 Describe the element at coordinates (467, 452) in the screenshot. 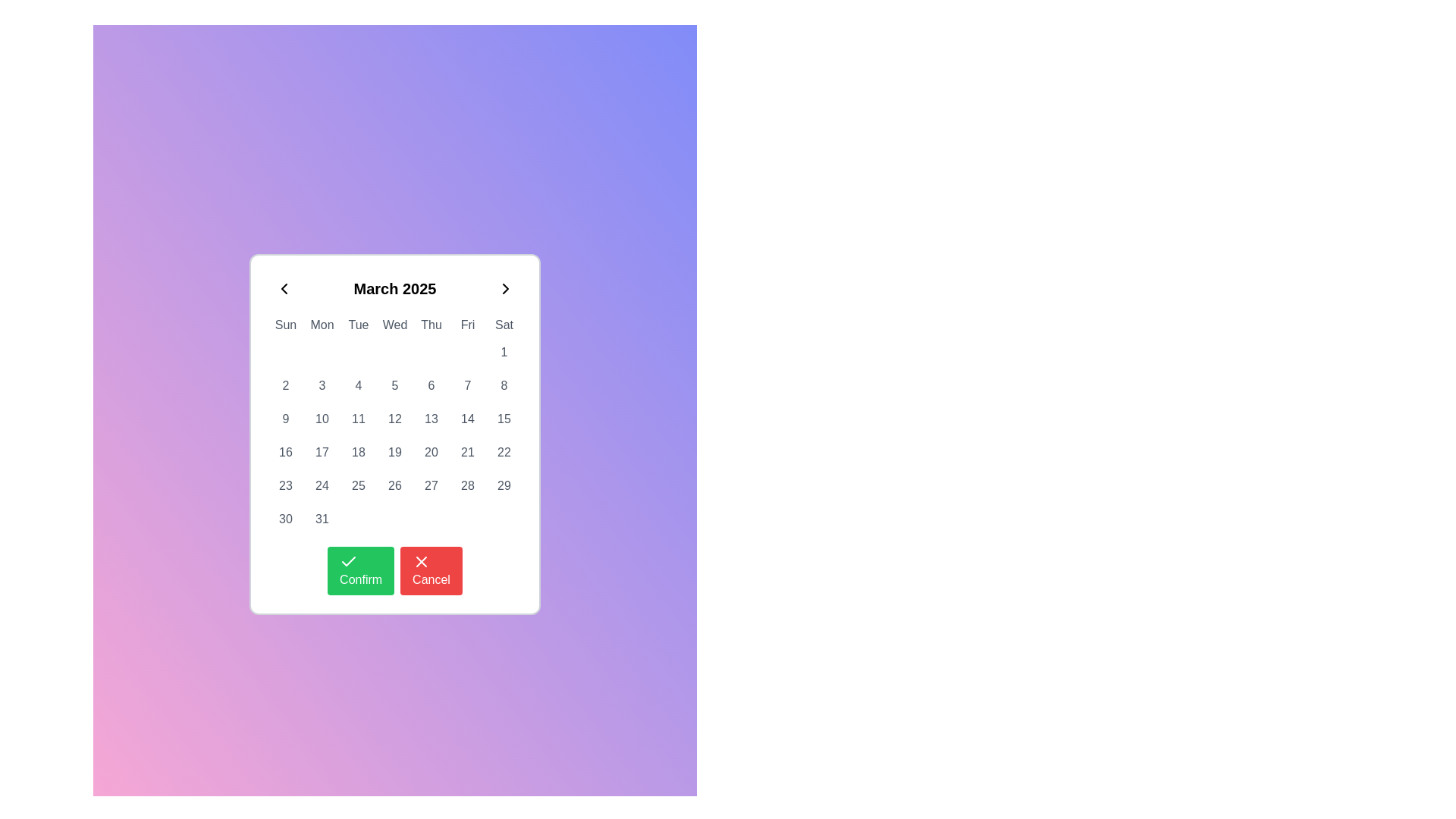

I see `the button representing the 21st day of the month in the calendar` at that location.